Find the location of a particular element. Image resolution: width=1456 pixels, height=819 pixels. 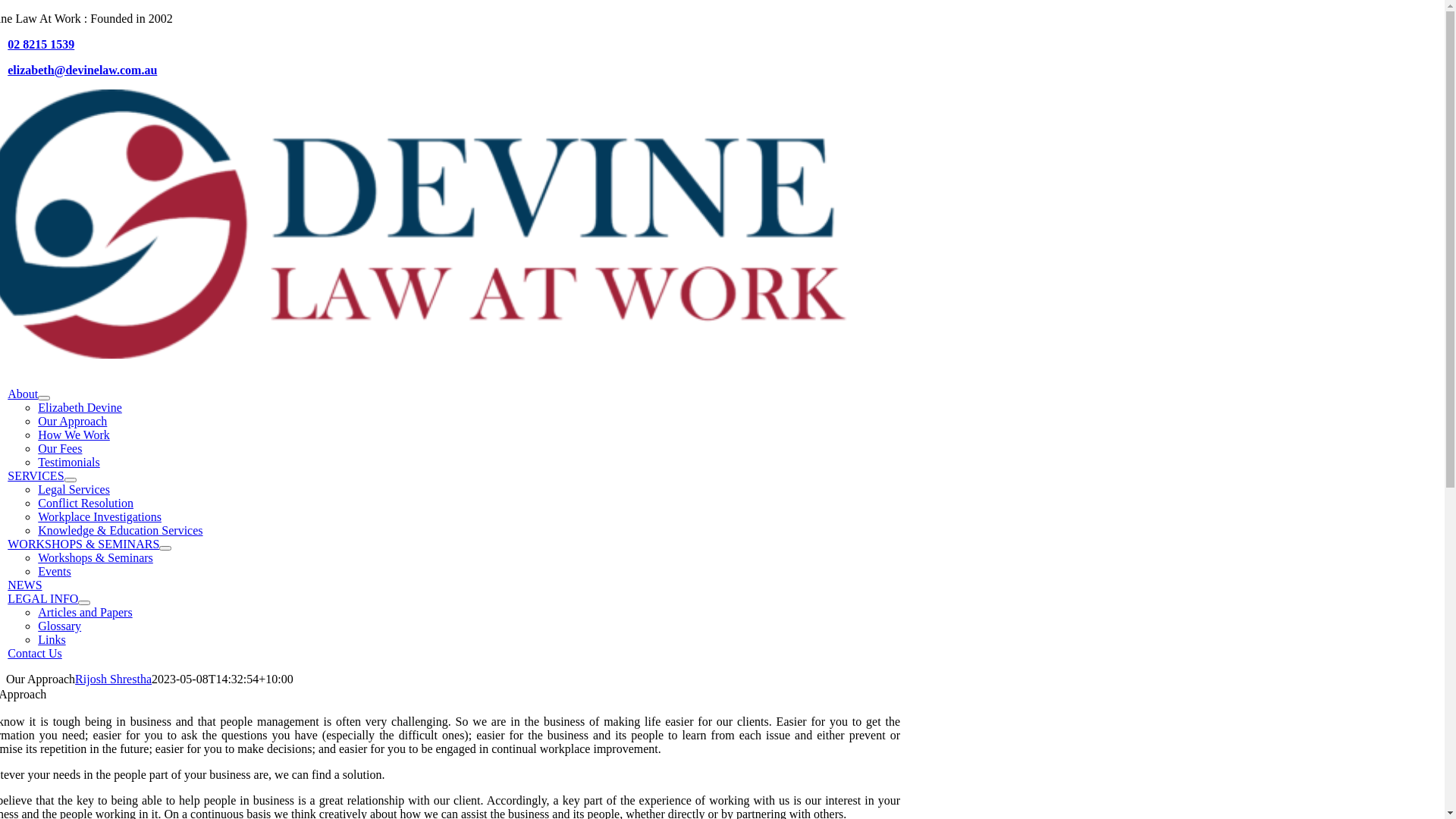

'Elizabeth Devine' is located at coordinates (79, 406).